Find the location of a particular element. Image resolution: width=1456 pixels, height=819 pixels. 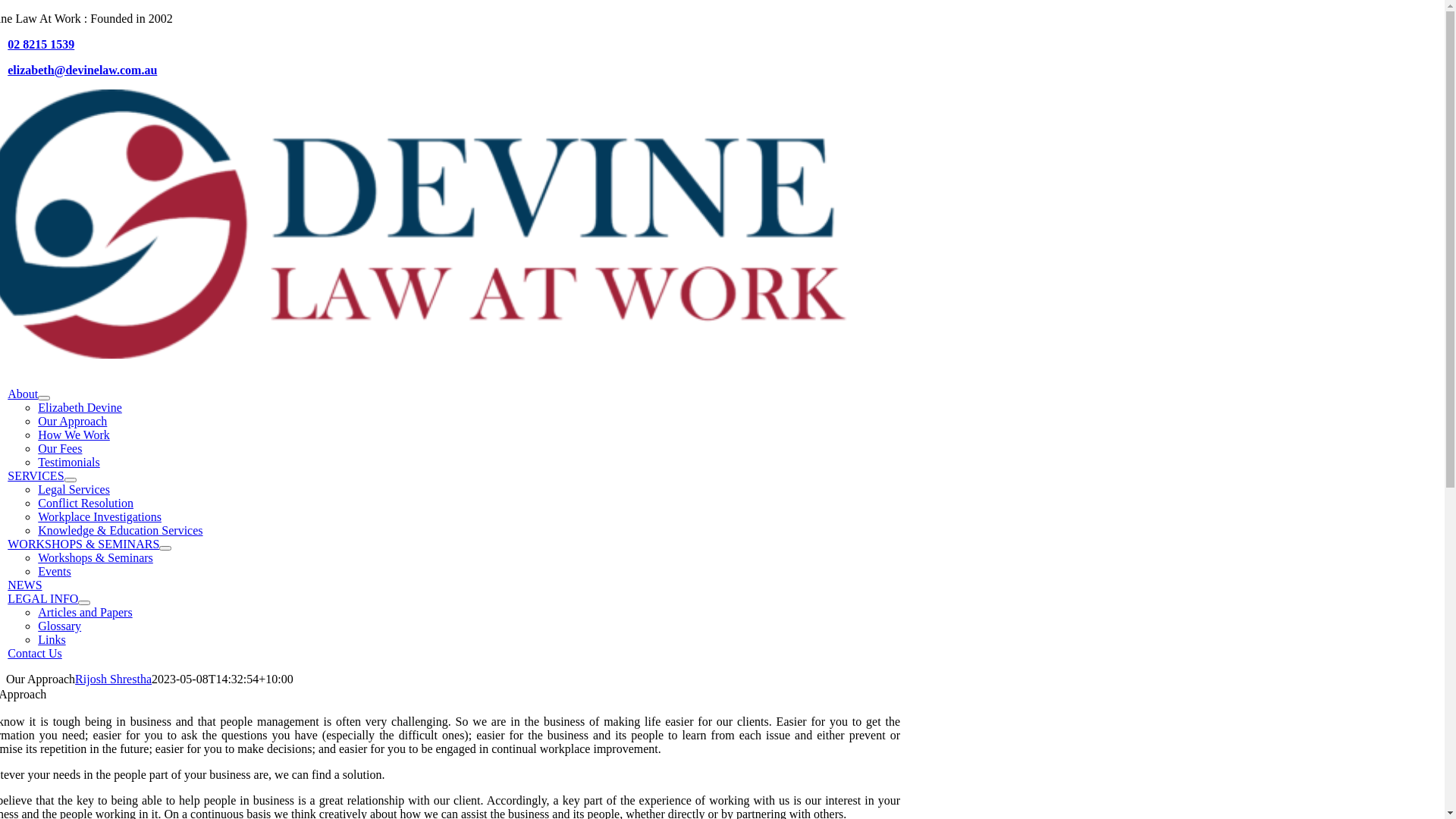

'Elizabeth Devine' is located at coordinates (79, 406).